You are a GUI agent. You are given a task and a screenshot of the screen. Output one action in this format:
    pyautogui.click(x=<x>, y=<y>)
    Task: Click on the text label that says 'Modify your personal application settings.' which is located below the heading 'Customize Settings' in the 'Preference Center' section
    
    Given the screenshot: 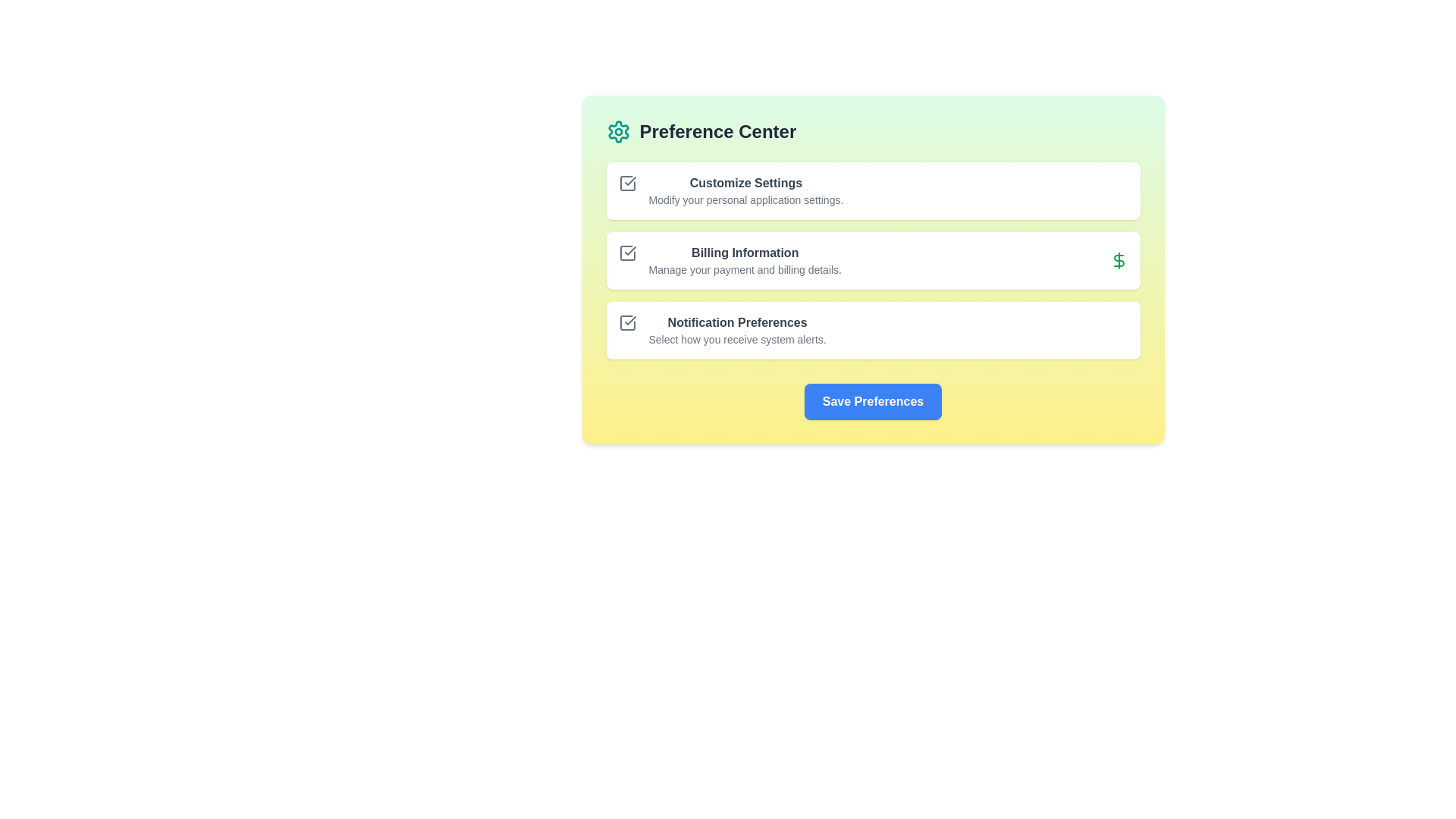 What is the action you would take?
    pyautogui.click(x=745, y=199)
    